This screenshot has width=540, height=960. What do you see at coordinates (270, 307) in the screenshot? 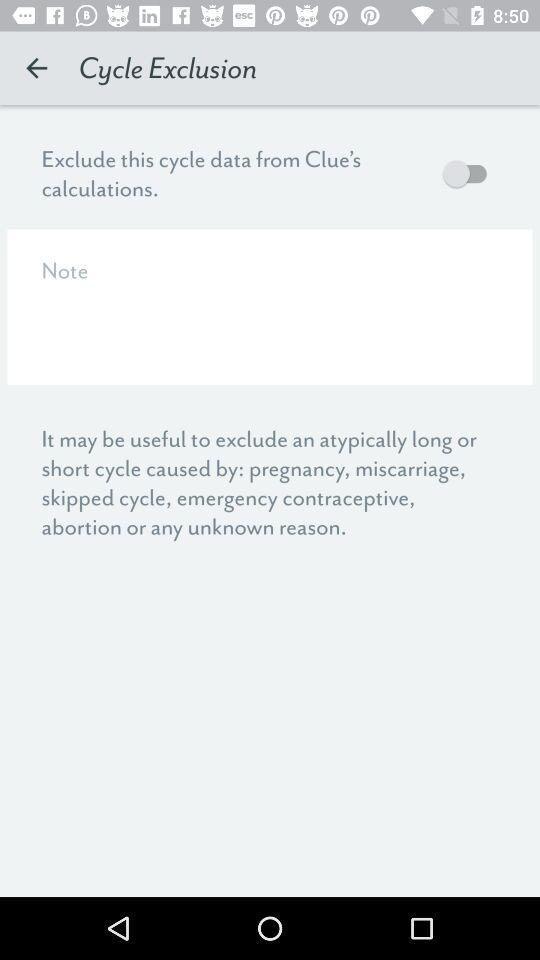
I see `a note` at bounding box center [270, 307].